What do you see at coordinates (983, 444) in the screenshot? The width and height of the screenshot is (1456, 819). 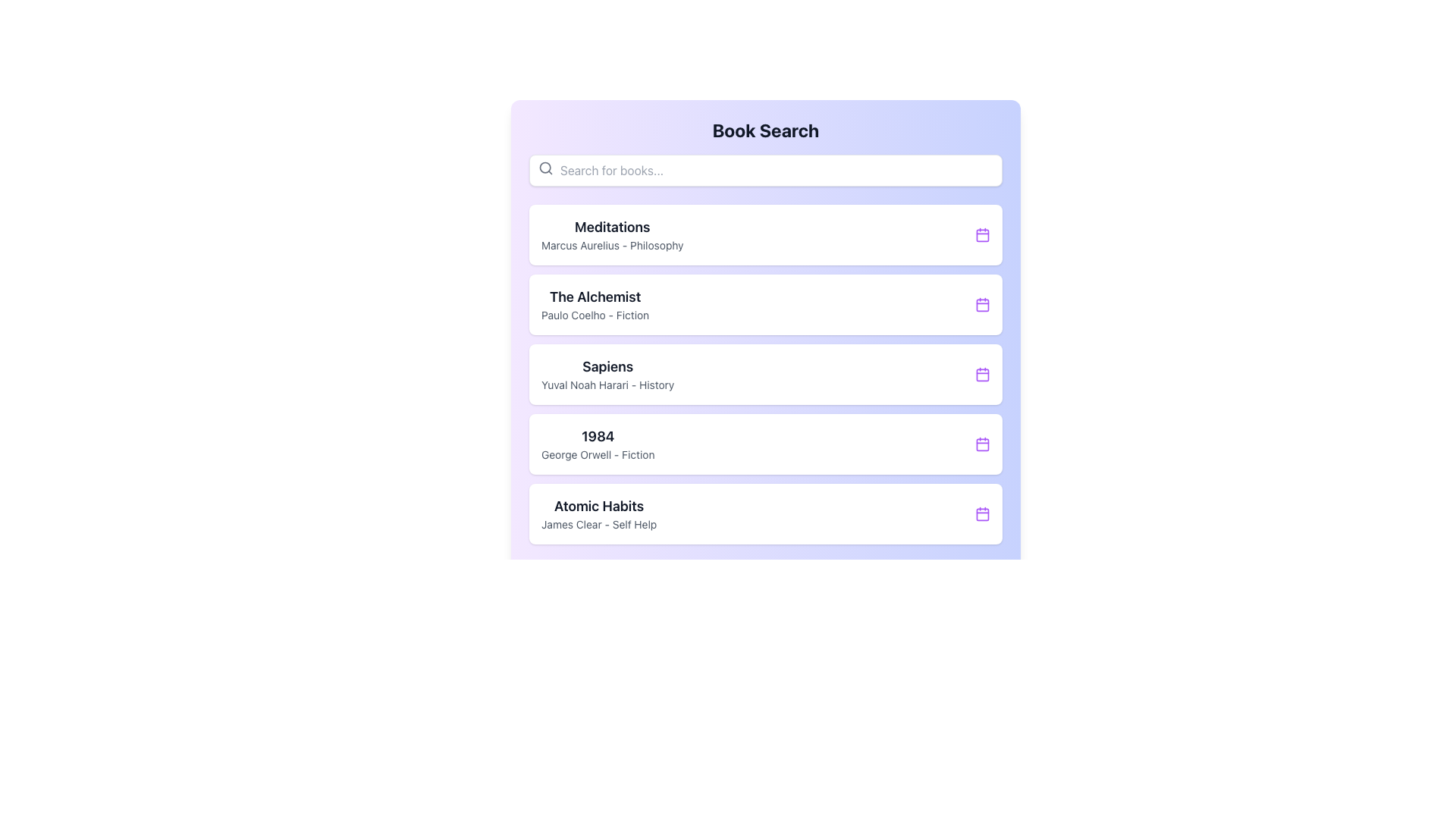 I see `the calendar icon with a purple outline located in the rightmost section of the row containing the book '1984' by George Orwell` at bounding box center [983, 444].